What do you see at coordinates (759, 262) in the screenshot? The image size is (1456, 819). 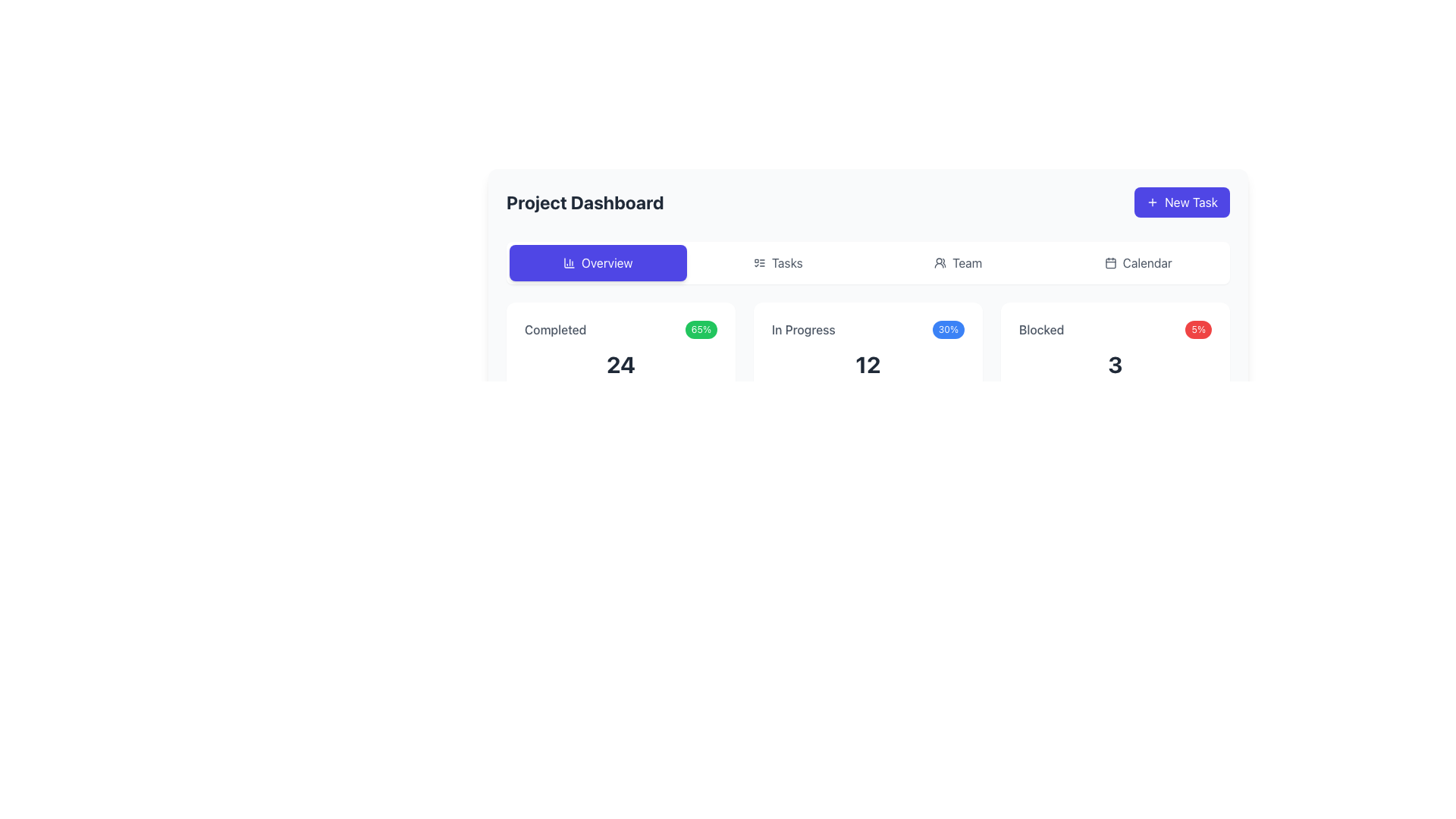 I see `accessibility tools` at bounding box center [759, 262].